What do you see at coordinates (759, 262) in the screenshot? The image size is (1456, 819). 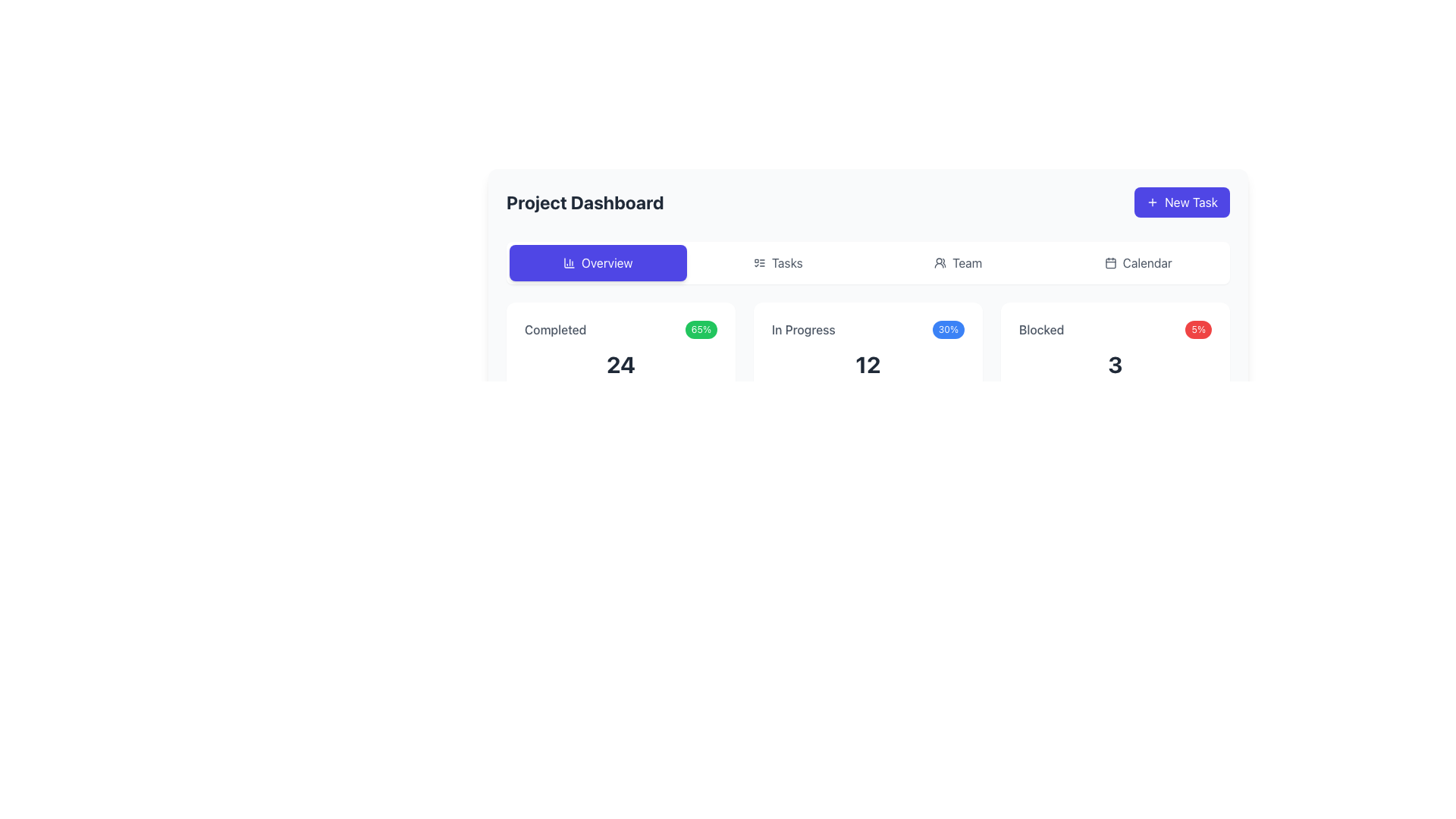 I see `accessibility tools` at bounding box center [759, 262].